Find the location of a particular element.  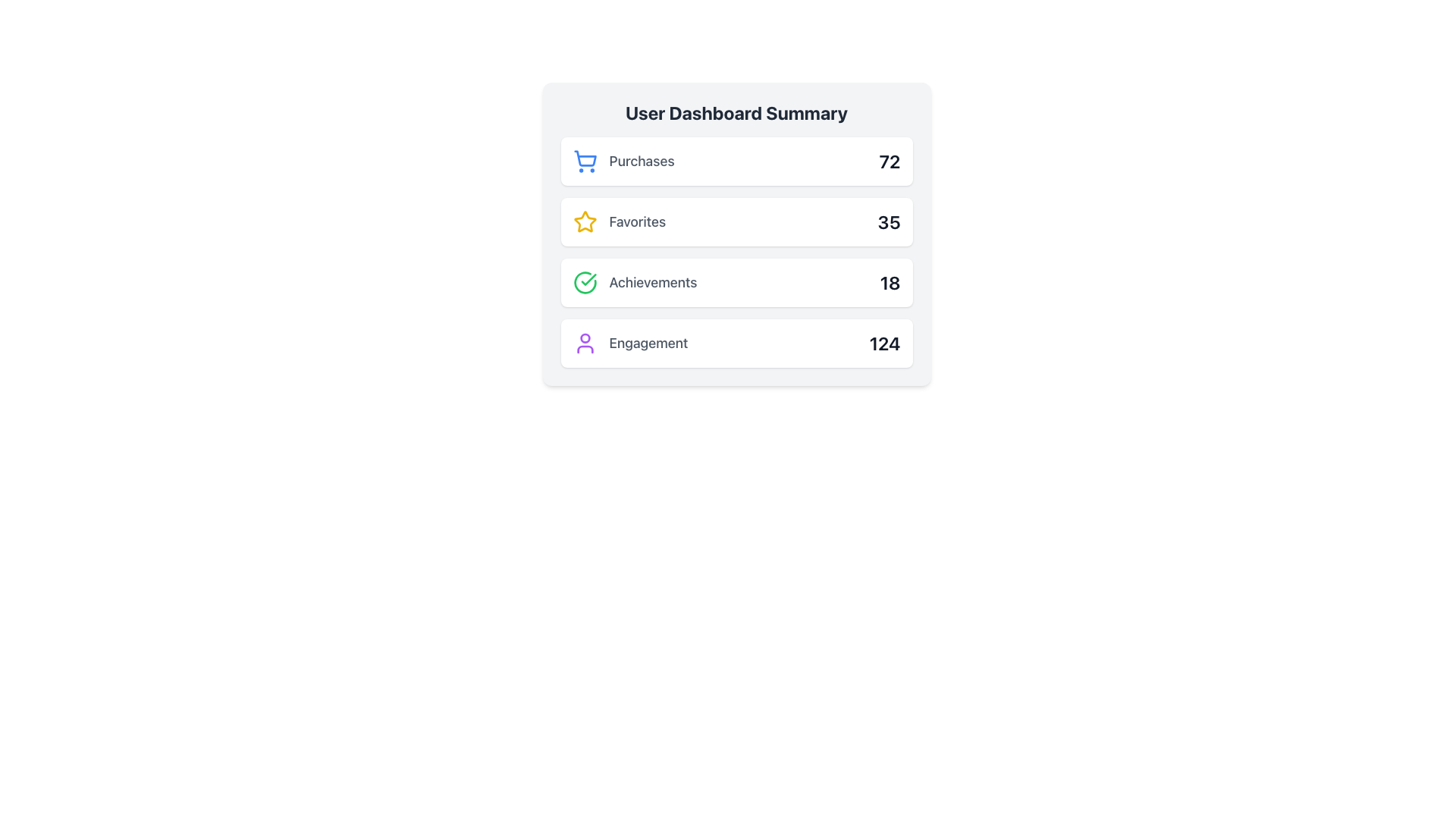

the individual rows of the Information Panel in the User Dashboard Summary card is located at coordinates (736, 251).